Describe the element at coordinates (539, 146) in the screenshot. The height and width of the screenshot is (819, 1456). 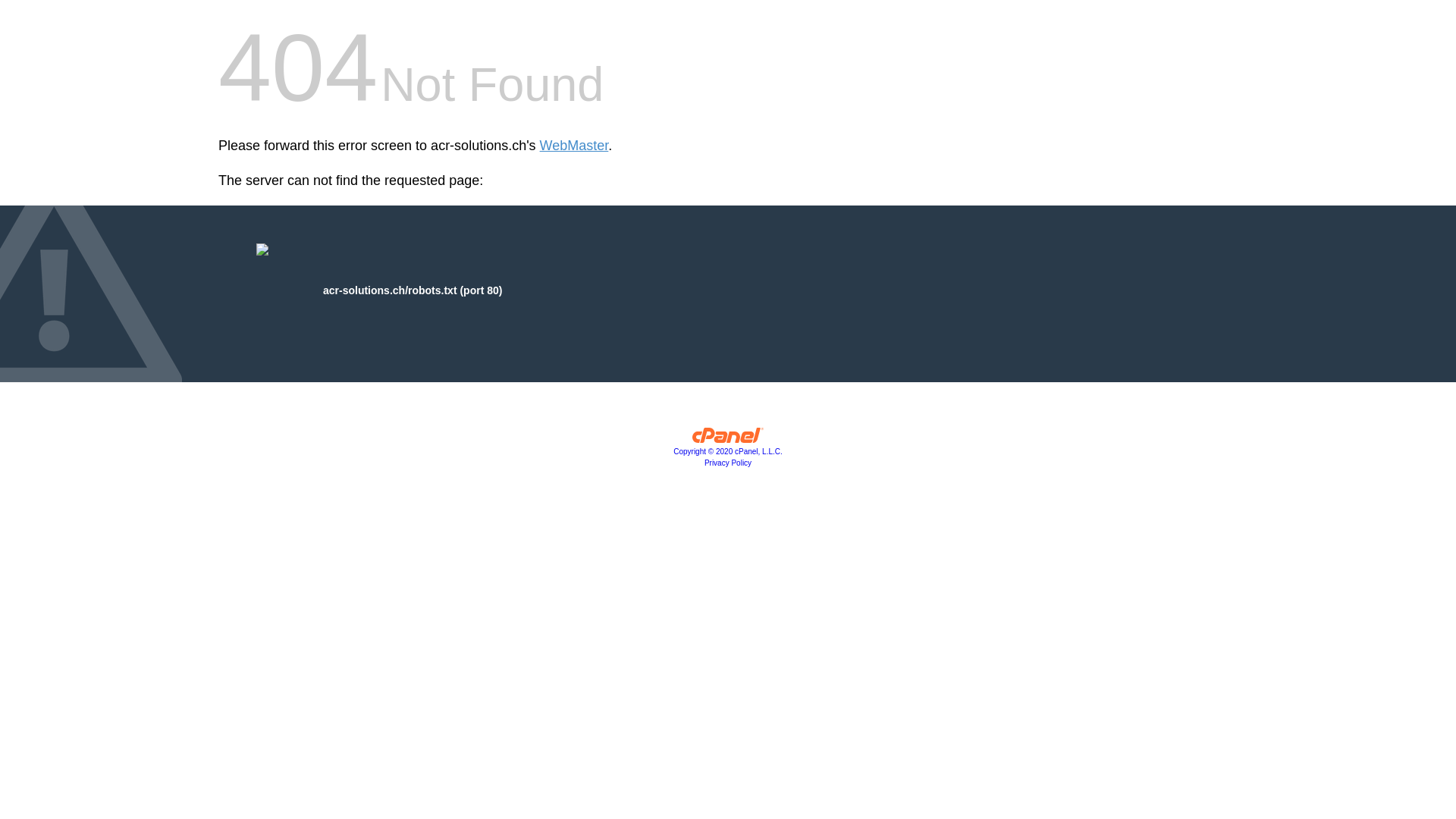
I see `'WebMaster'` at that location.